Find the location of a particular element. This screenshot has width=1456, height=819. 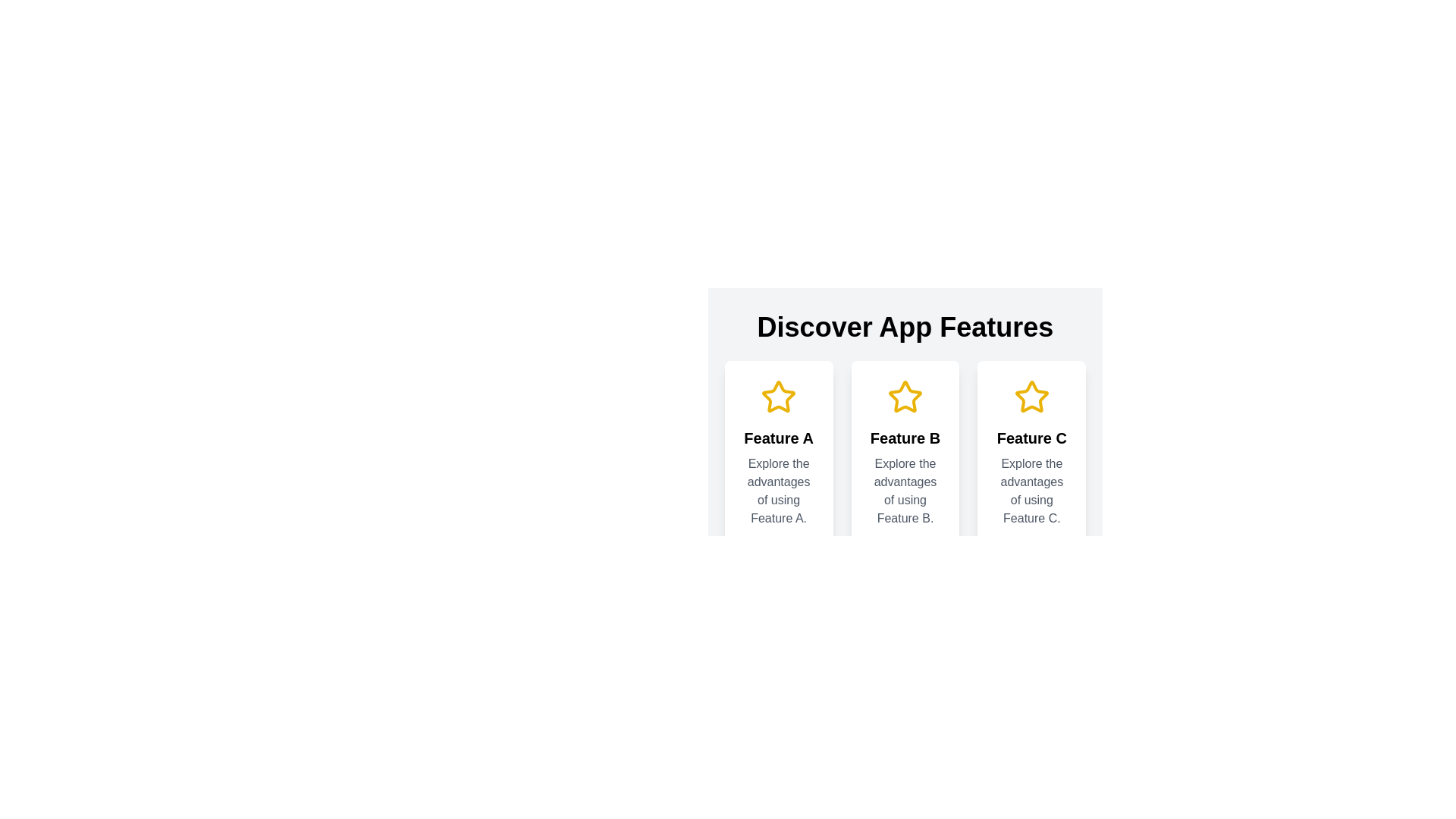

the text label that reads 'Explore the advantages of using Feature C.' which is styled with gray color and centered alignment, located below the heading 'Feature C.' is located at coordinates (1031, 491).